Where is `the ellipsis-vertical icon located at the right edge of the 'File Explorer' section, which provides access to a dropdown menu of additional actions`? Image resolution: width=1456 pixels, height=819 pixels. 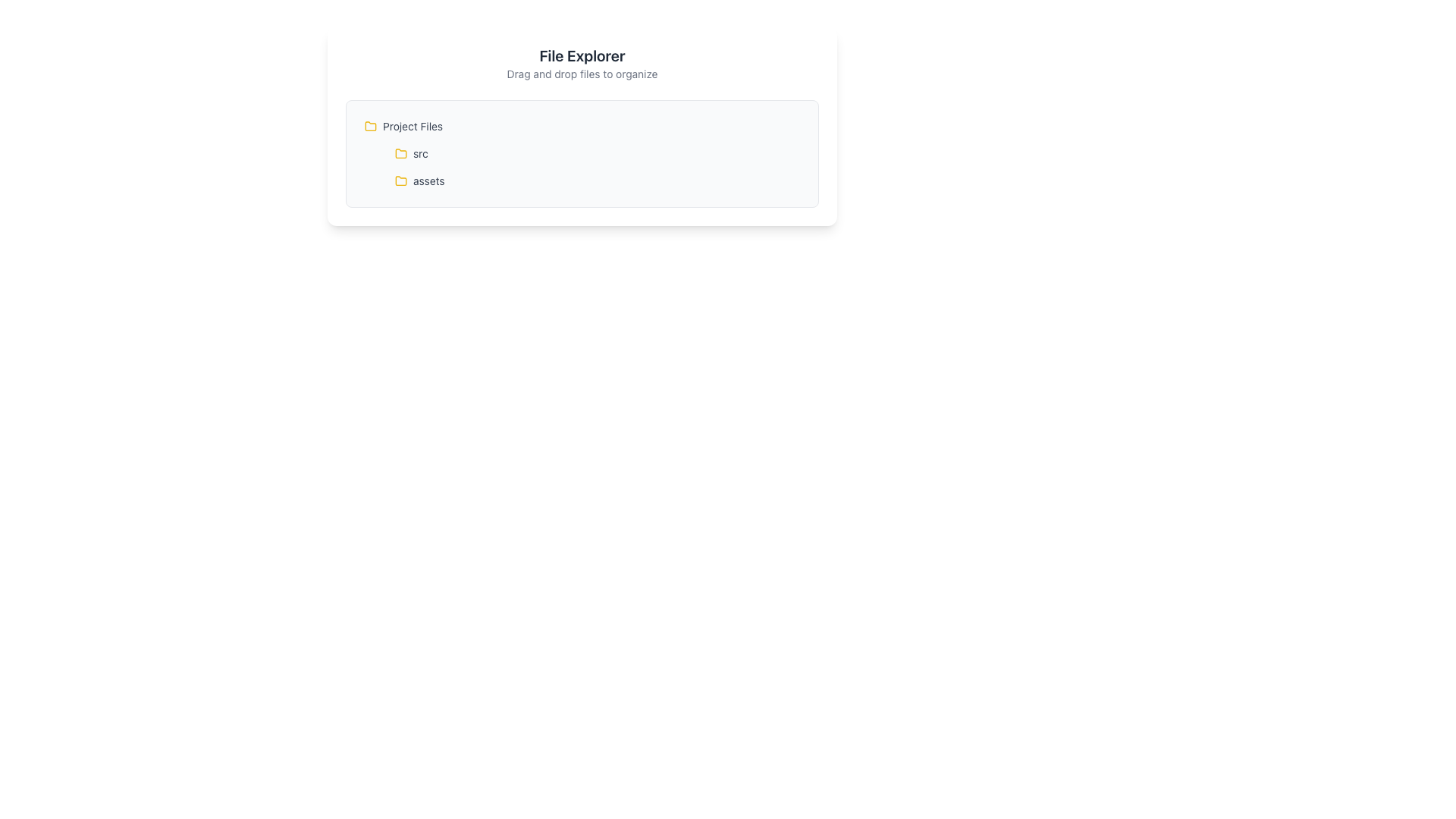 the ellipsis-vertical icon located at the right edge of the 'File Explorer' section, which provides access to a dropdown menu of additional actions is located at coordinates (792, 154).